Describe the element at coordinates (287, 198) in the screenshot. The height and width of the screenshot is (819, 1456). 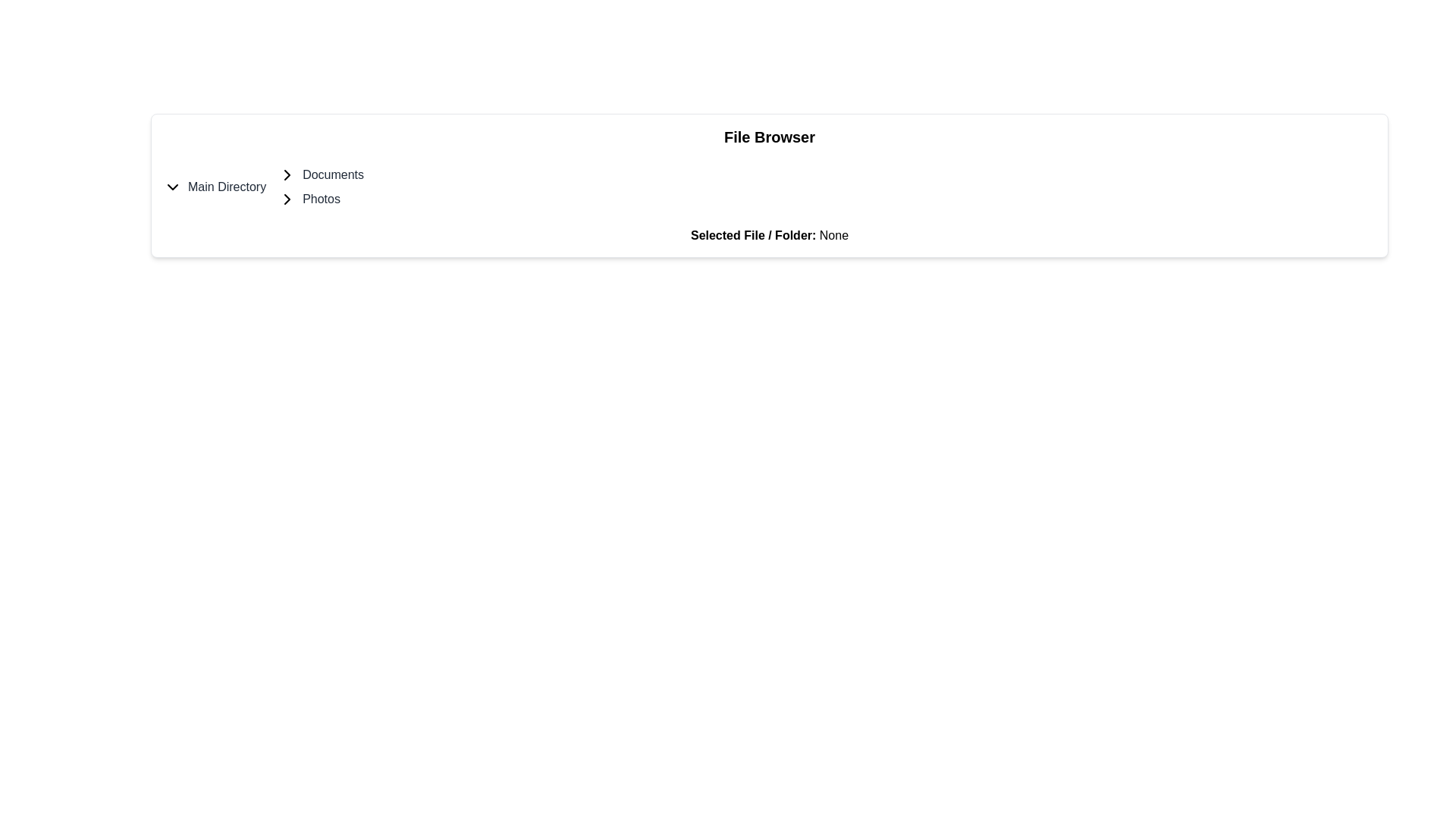
I see `the rightward chevron arrow indicating expandability next to the 'Photos' label in the file browser listing` at that location.